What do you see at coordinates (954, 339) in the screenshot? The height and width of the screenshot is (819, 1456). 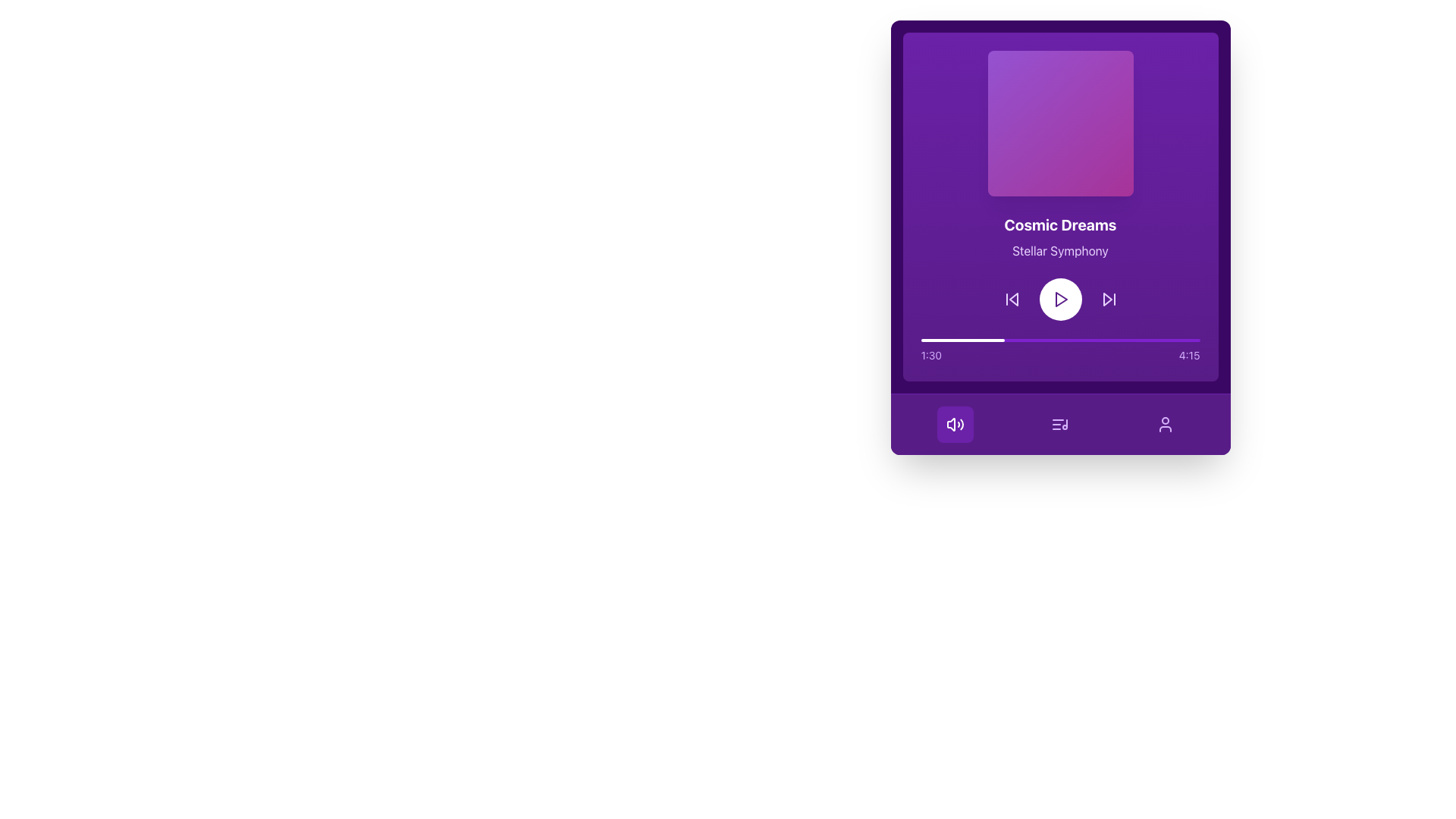 I see `the slider position` at bounding box center [954, 339].